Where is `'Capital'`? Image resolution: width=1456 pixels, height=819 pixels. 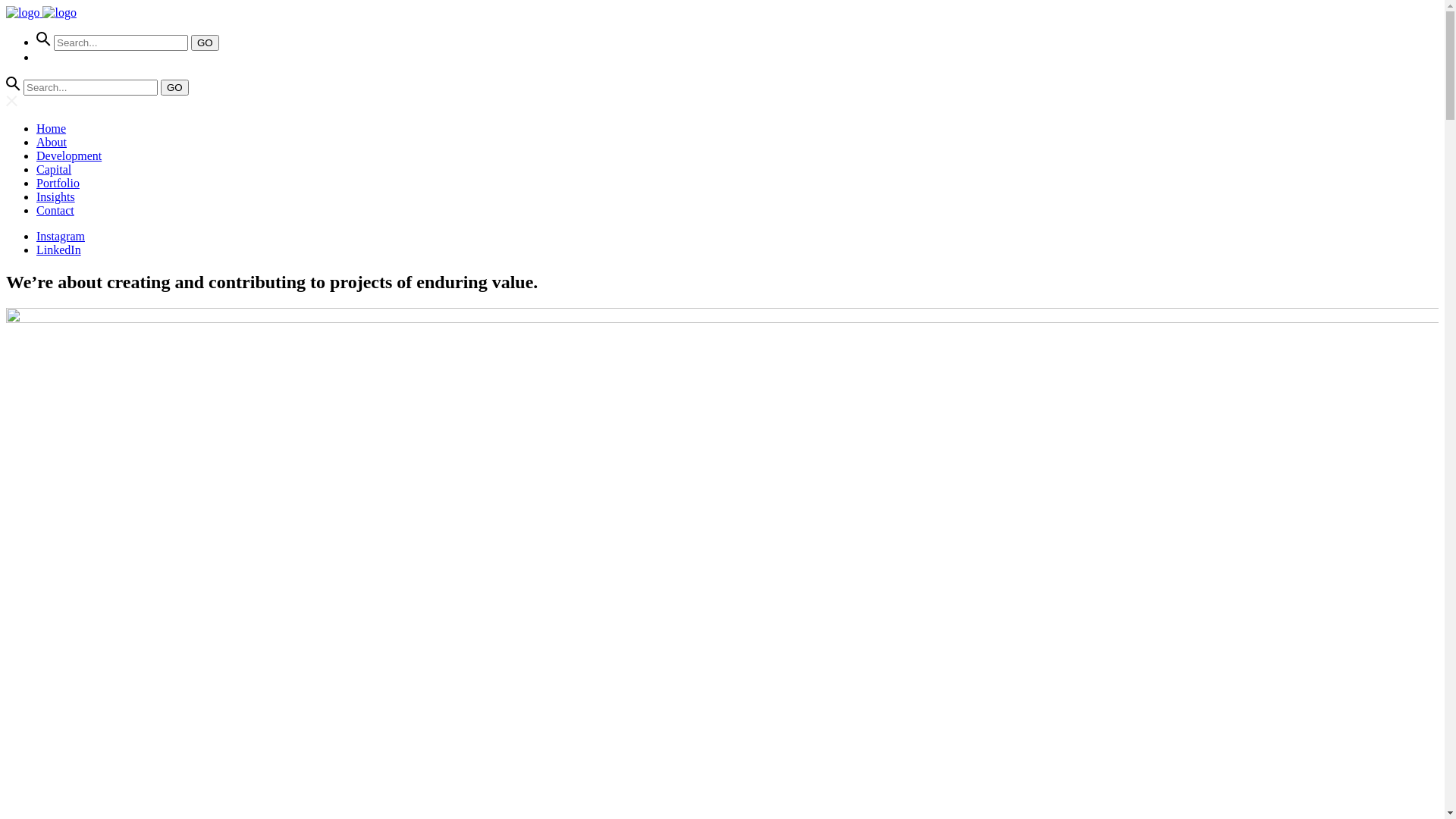
'Capital' is located at coordinates (54, 169).